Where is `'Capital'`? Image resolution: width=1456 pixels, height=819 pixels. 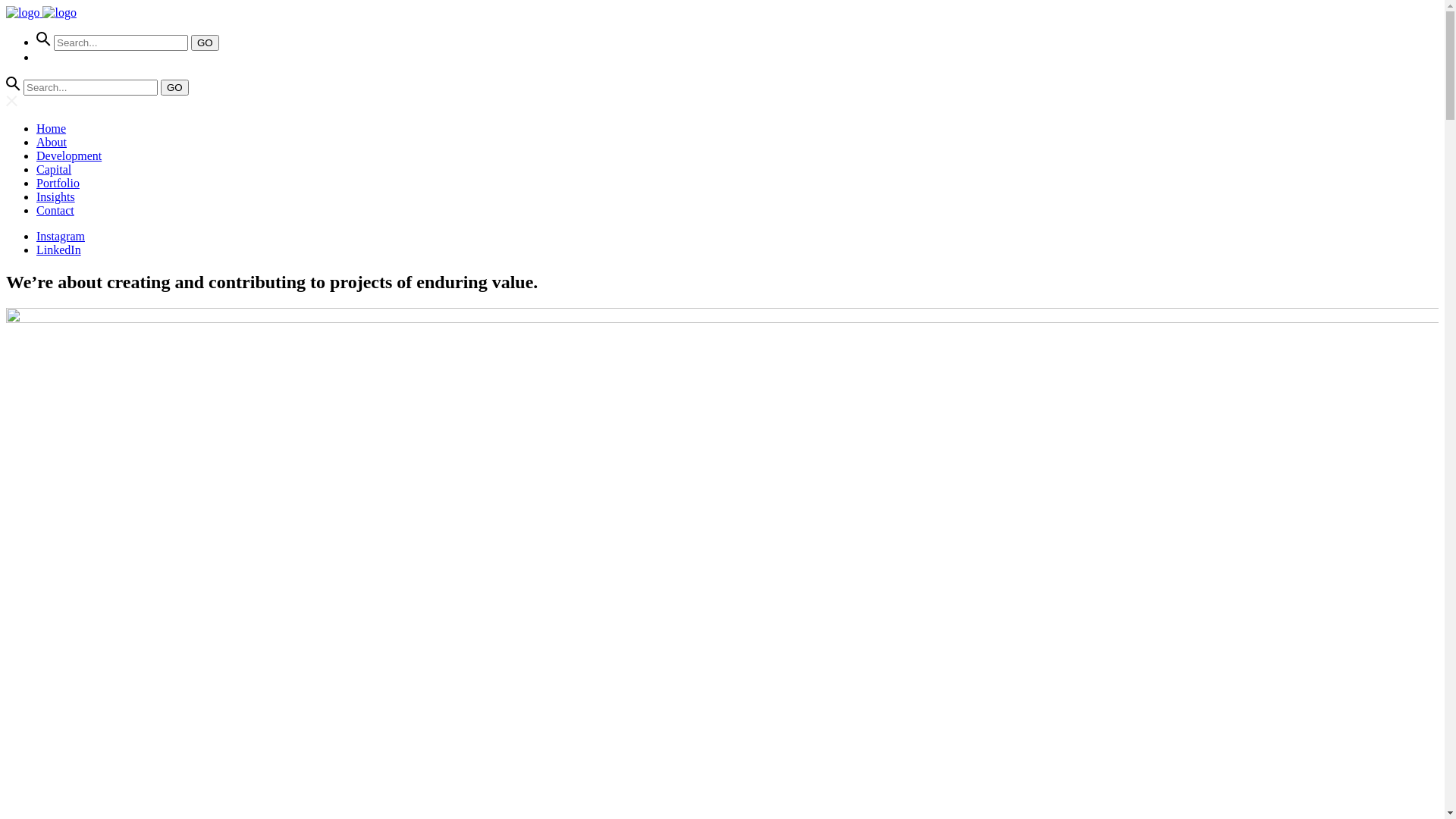
'Capital' is located at coordinates (54, 169).